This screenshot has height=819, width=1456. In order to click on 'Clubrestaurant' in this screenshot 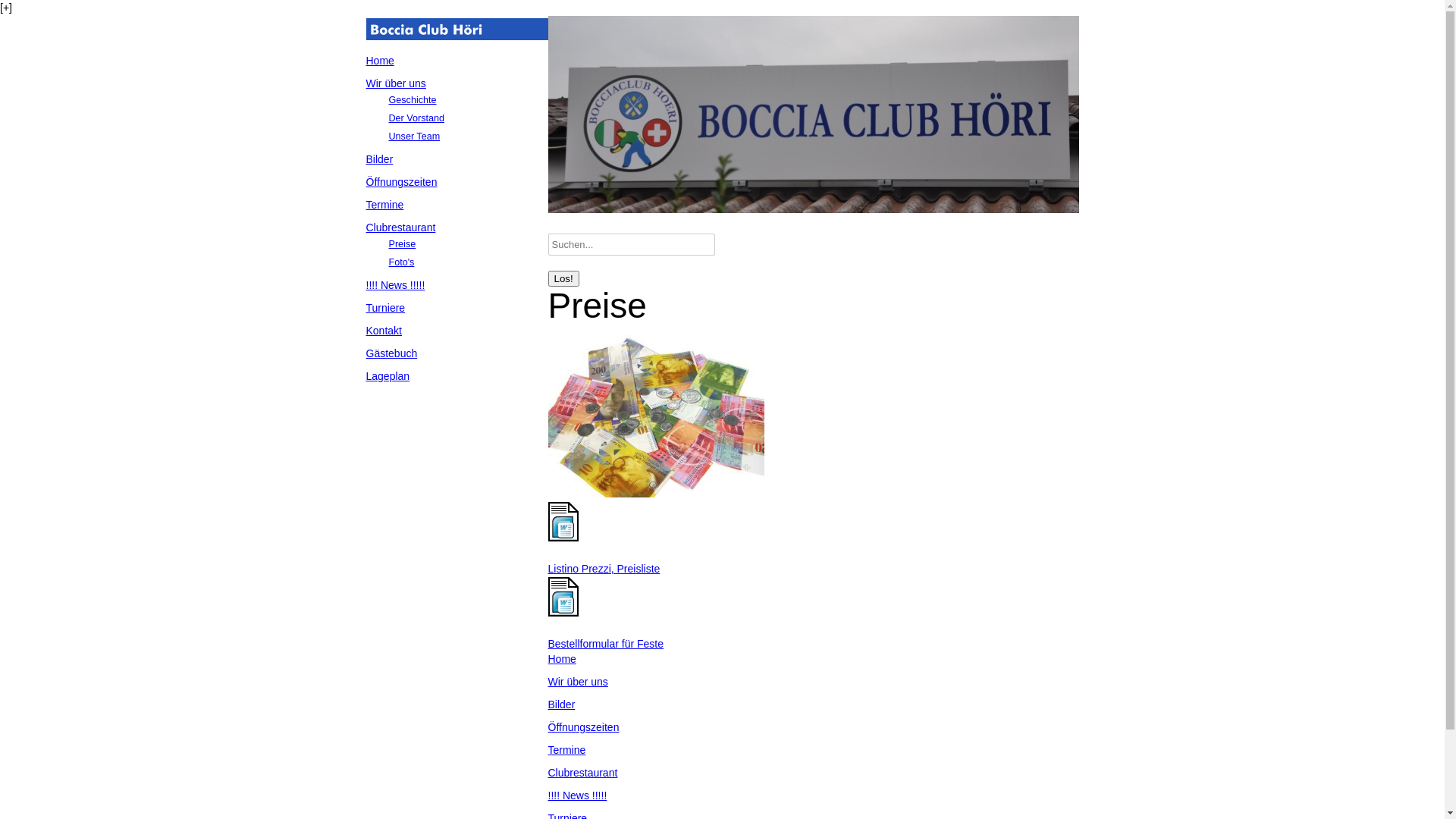, I will do `click(400, 227)`.